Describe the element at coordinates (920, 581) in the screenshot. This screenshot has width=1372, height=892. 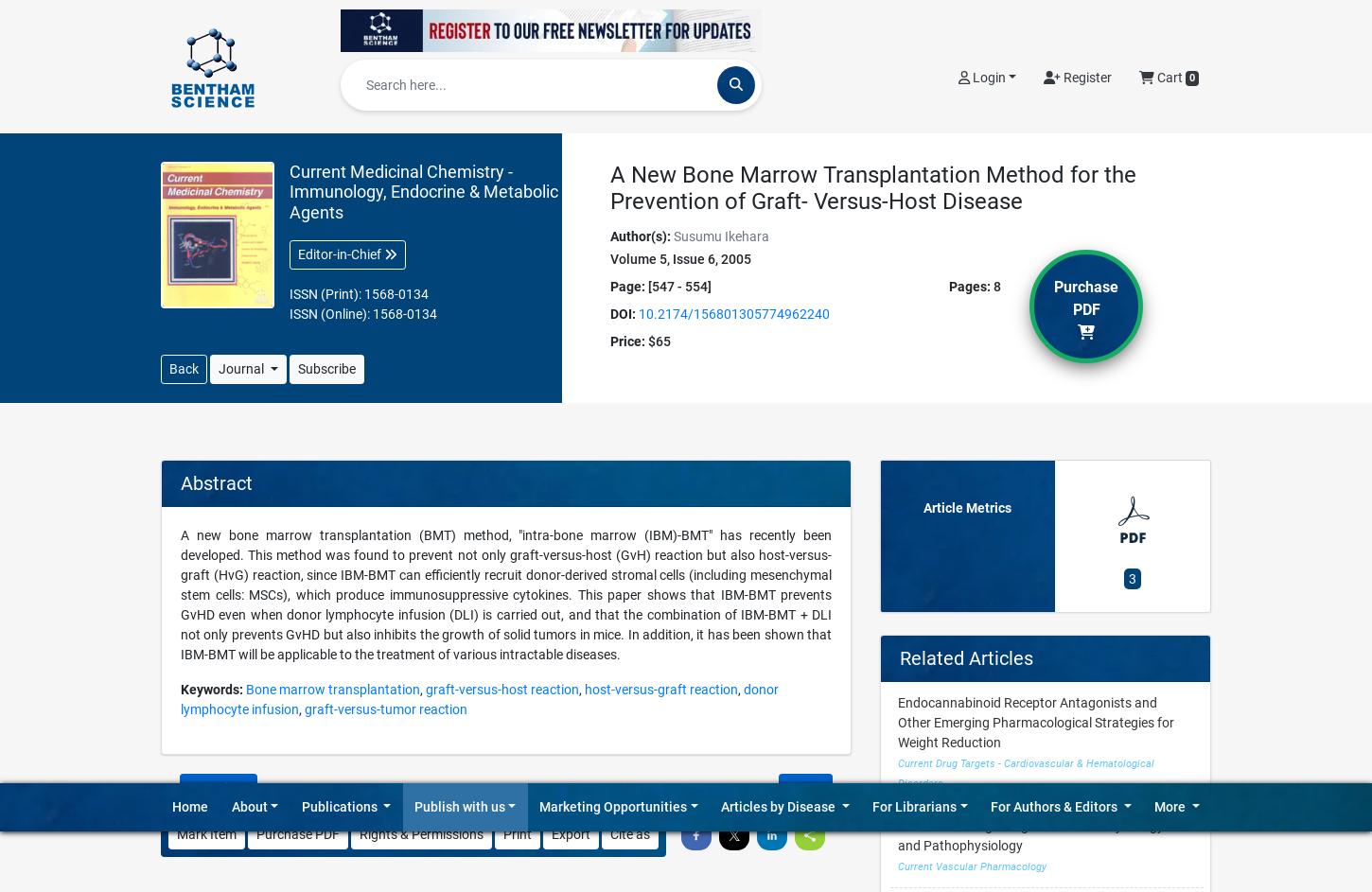
I see `'Preface'` at that location.